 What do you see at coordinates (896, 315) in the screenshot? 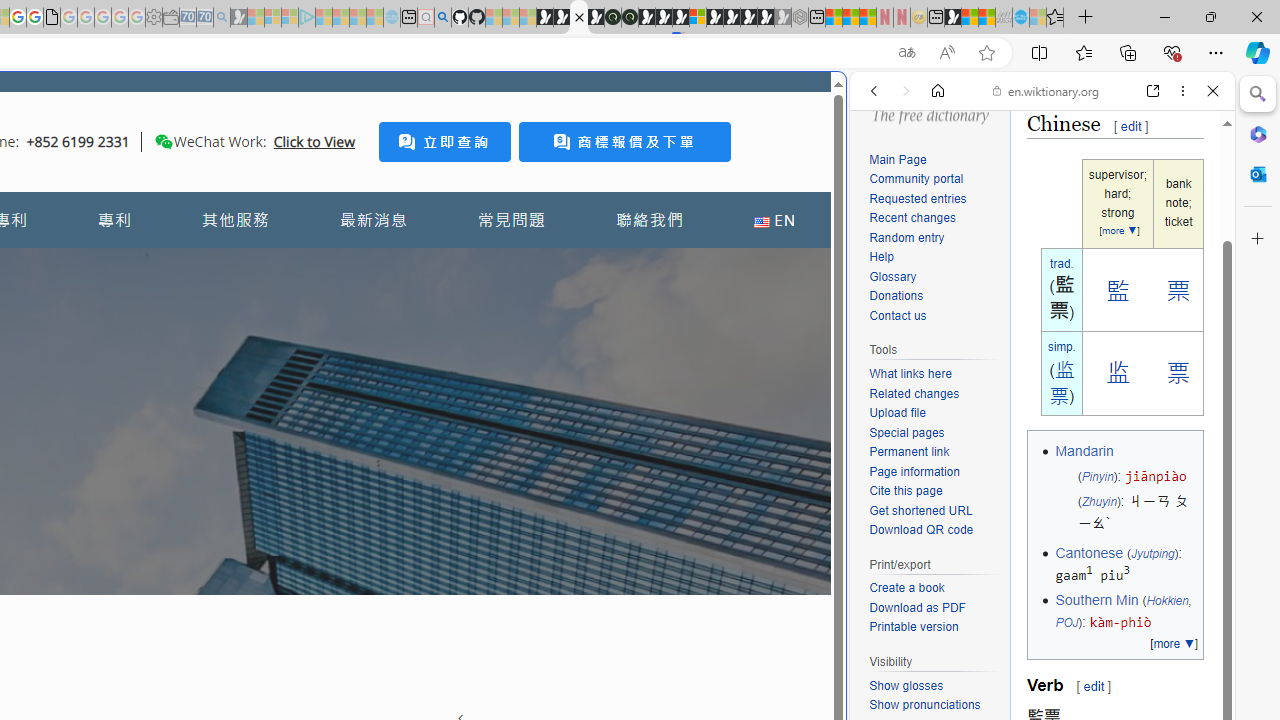
I see `'Contact us'` at bounding box center [896, 315].